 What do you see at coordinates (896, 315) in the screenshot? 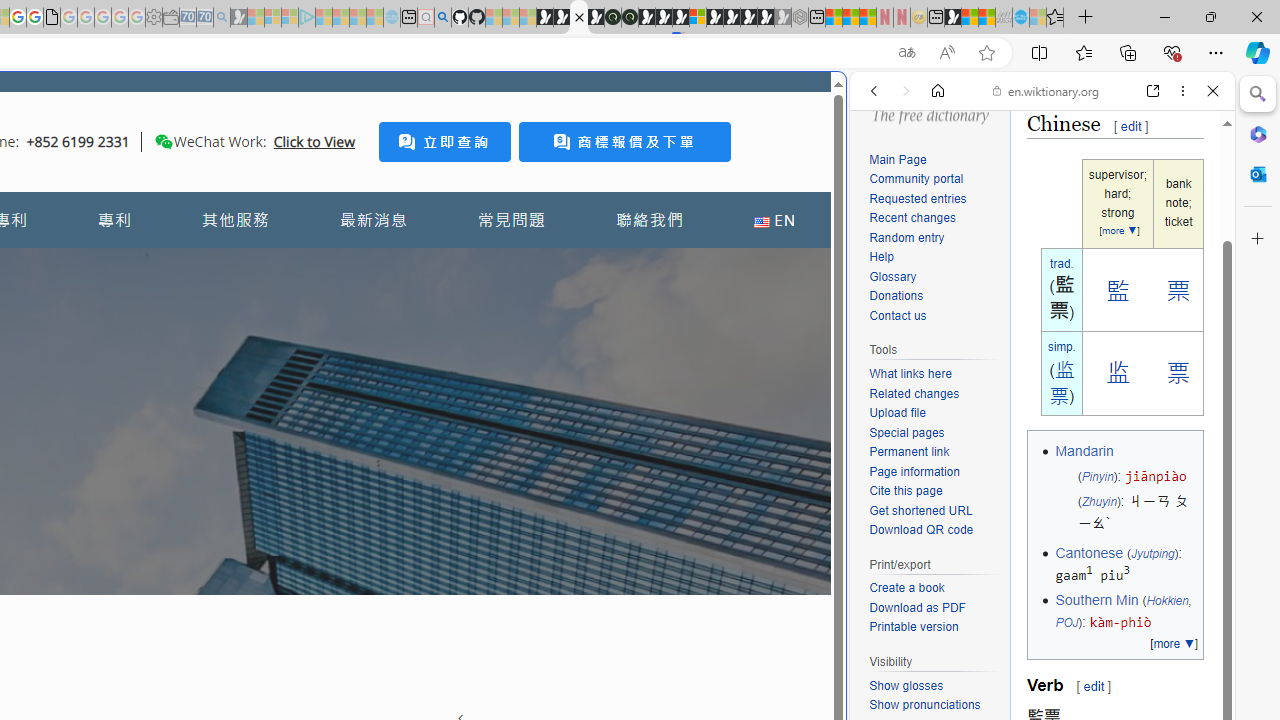
I see `'Contact us'` at bounding box center [896, 315].